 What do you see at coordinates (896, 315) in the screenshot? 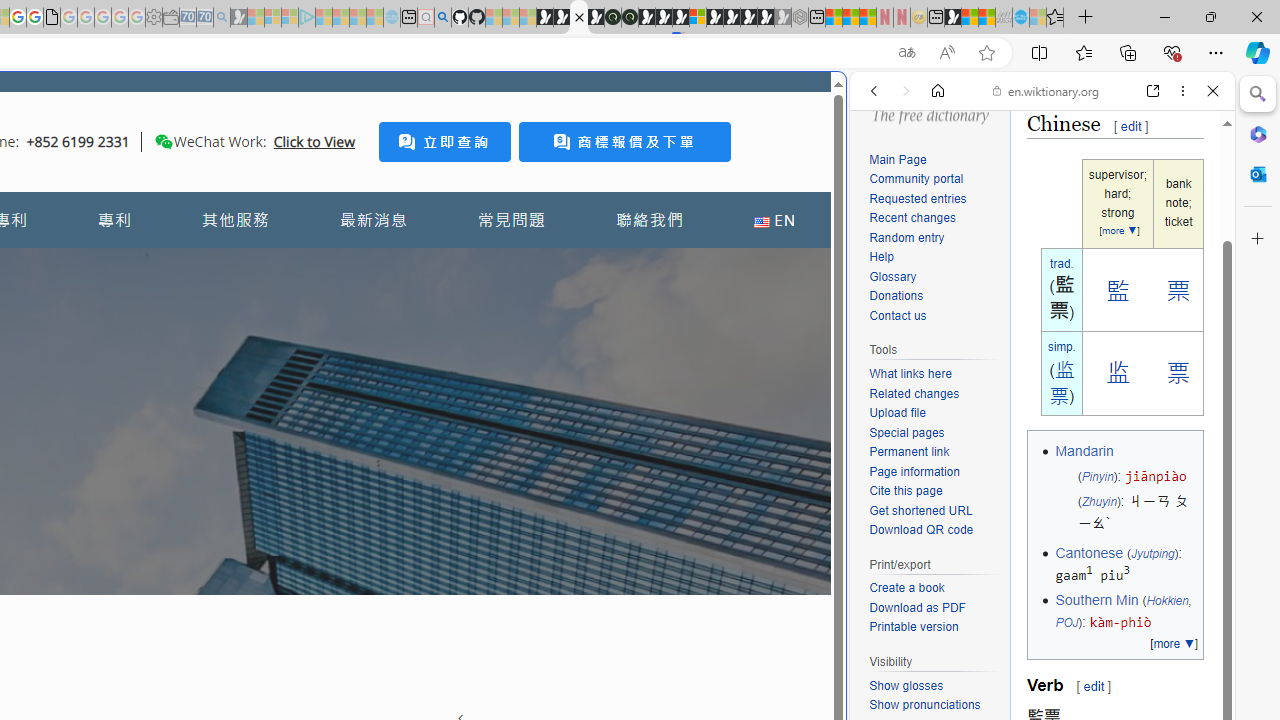
I see `'Contact us'` at bounding box center [896, 315].